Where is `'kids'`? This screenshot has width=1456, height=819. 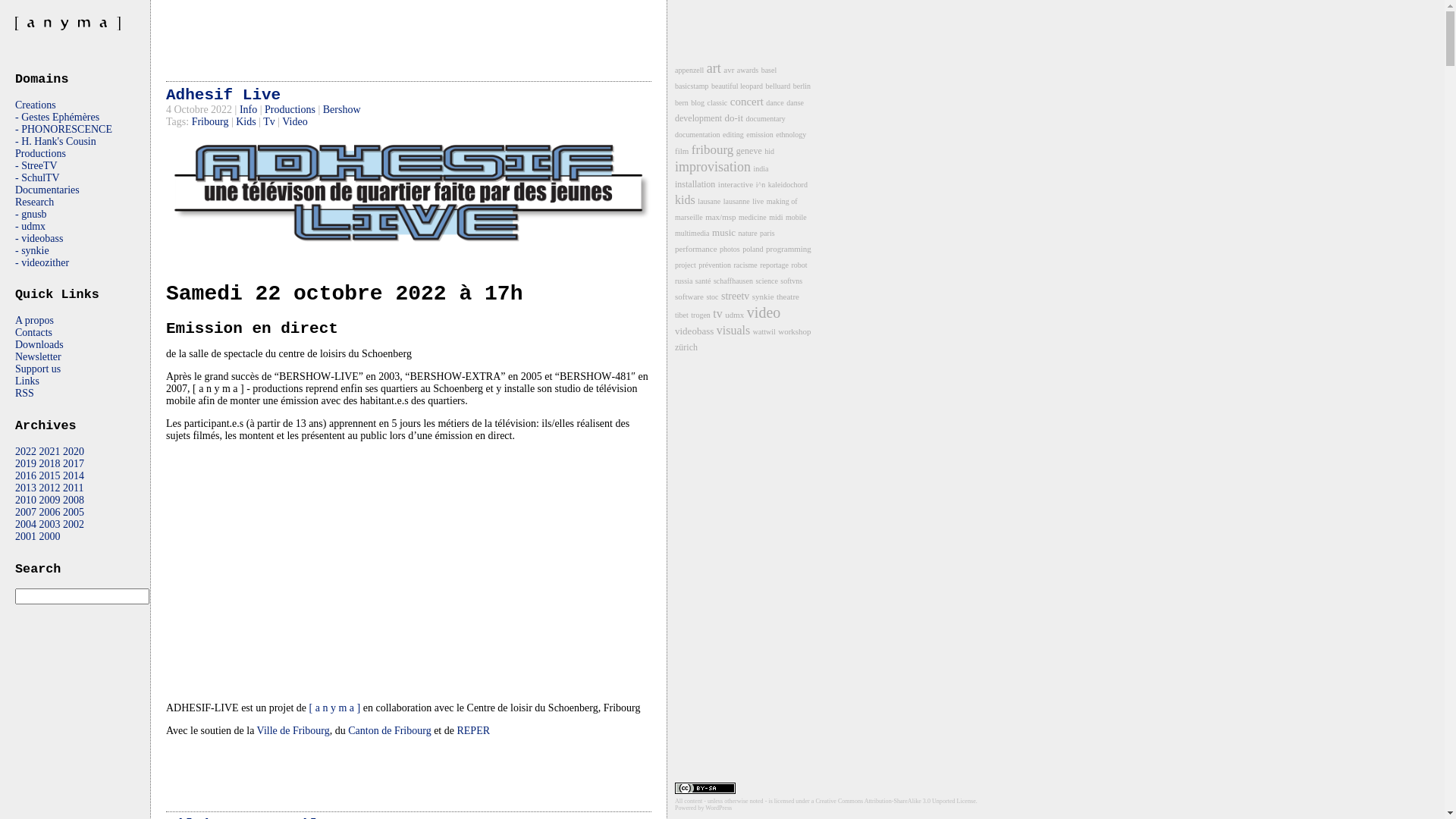 'kids' is located at coordinates (684, 199).